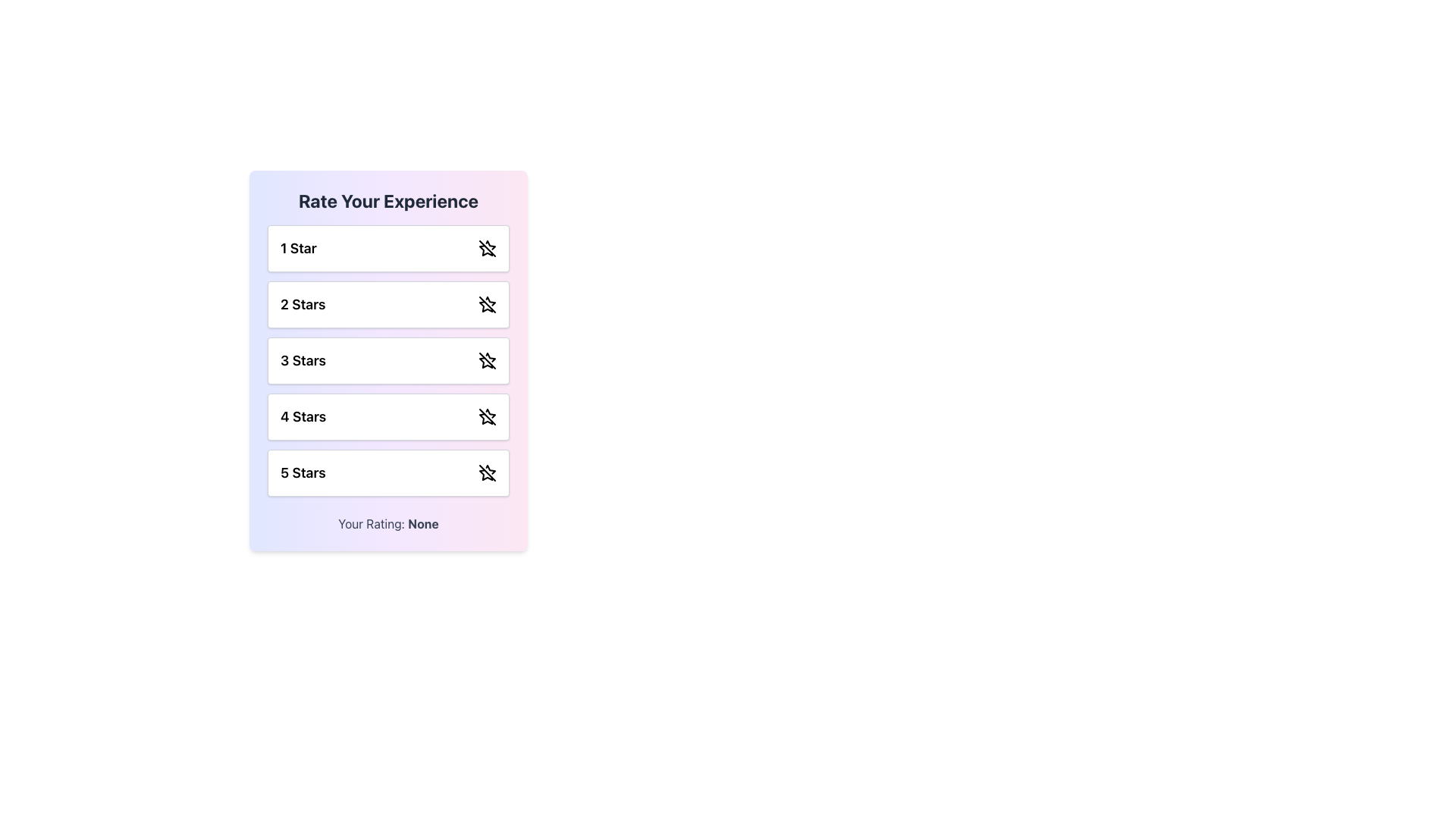 The width and height of the screenshot is (1456, 819). I want to click on the '3 Stars' static text label within the button-like card, so click(303, 360).